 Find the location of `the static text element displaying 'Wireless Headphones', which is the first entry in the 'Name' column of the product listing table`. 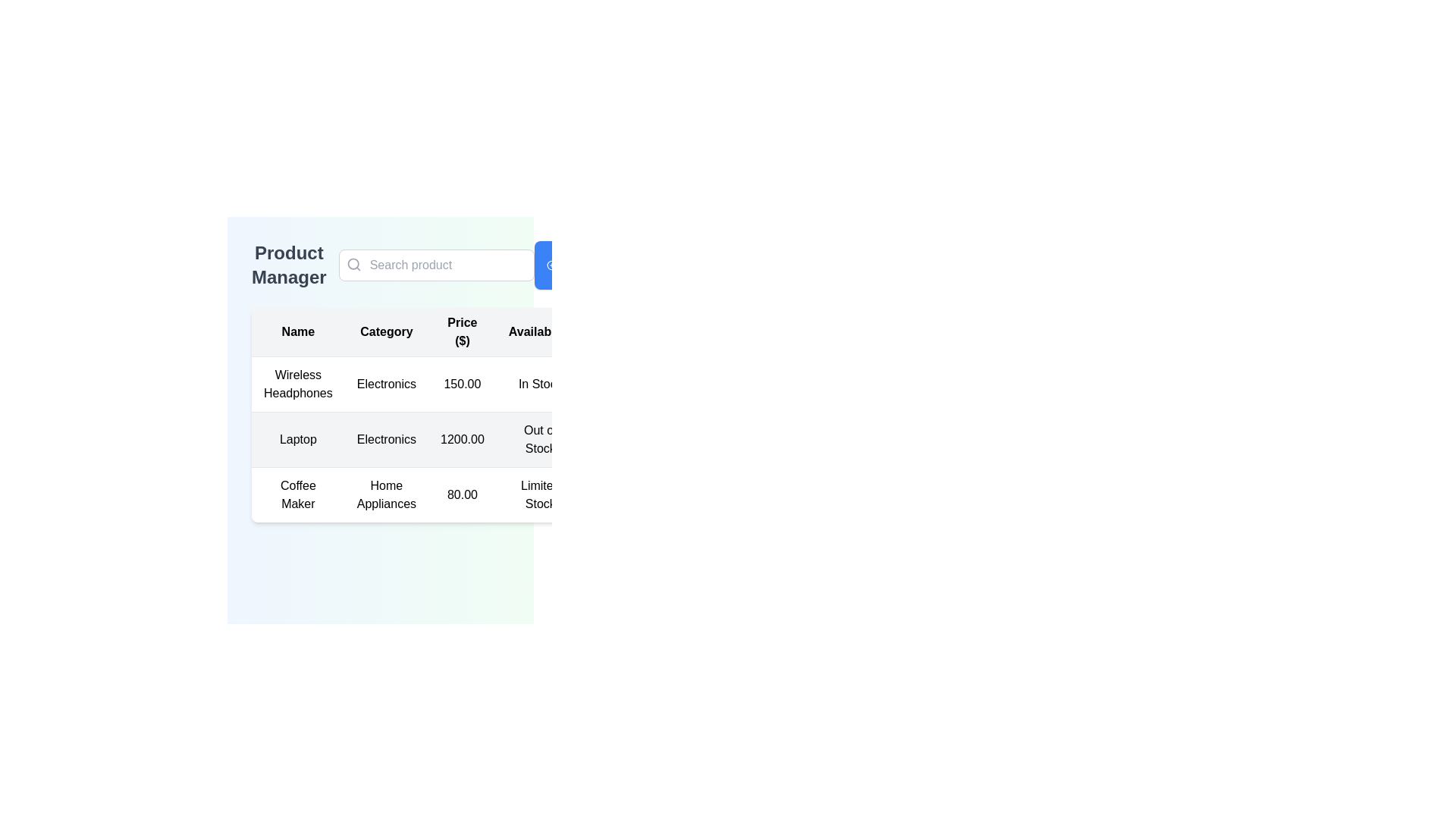

the static text element displaying 'Wireless Headphones', which is the first entry in the 'Name' column of the product listing table is located at coordinates (298, 383).